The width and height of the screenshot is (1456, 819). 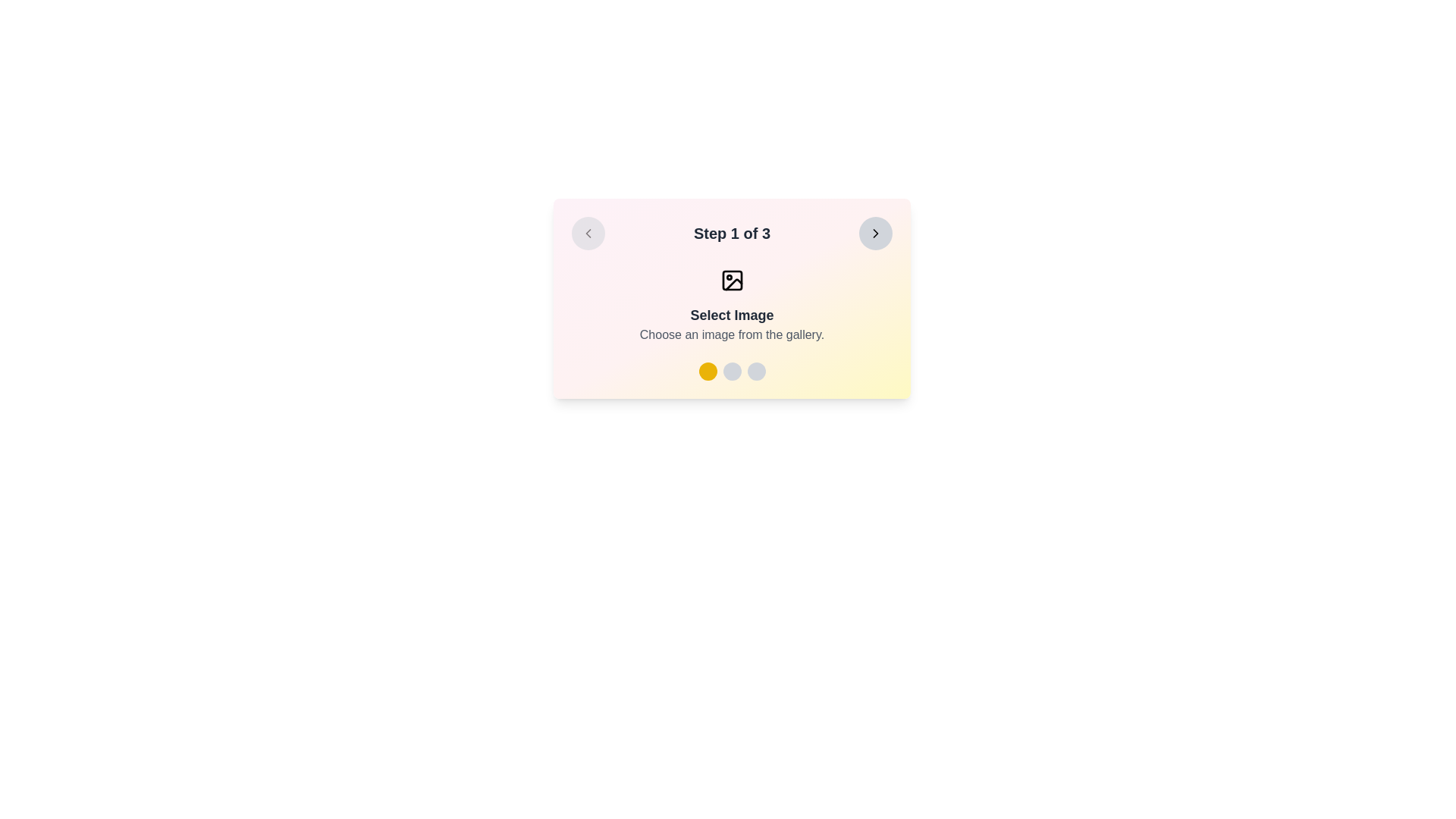 What do you see at coordinates (588, 234) in the screenshot?
I see `the left-facing chevron arrow icon located within the circular button on the left edge of the card-like interface` at bounding box center [588, 234].